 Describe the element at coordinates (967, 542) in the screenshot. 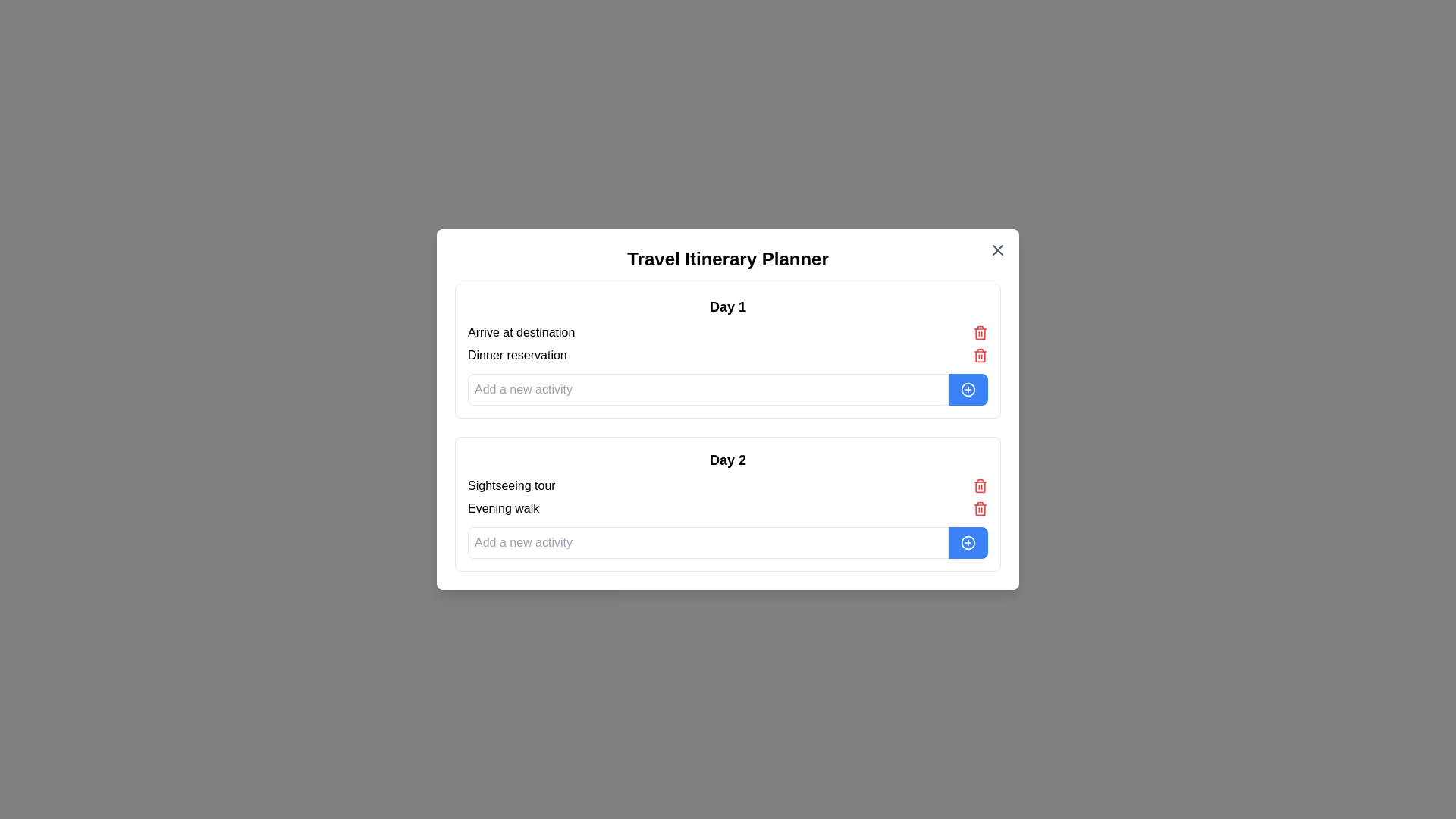

I see `the button located at the right end of the input field for adding activities to Day 2 in the Travel Itinerary Planner interface` at that location.